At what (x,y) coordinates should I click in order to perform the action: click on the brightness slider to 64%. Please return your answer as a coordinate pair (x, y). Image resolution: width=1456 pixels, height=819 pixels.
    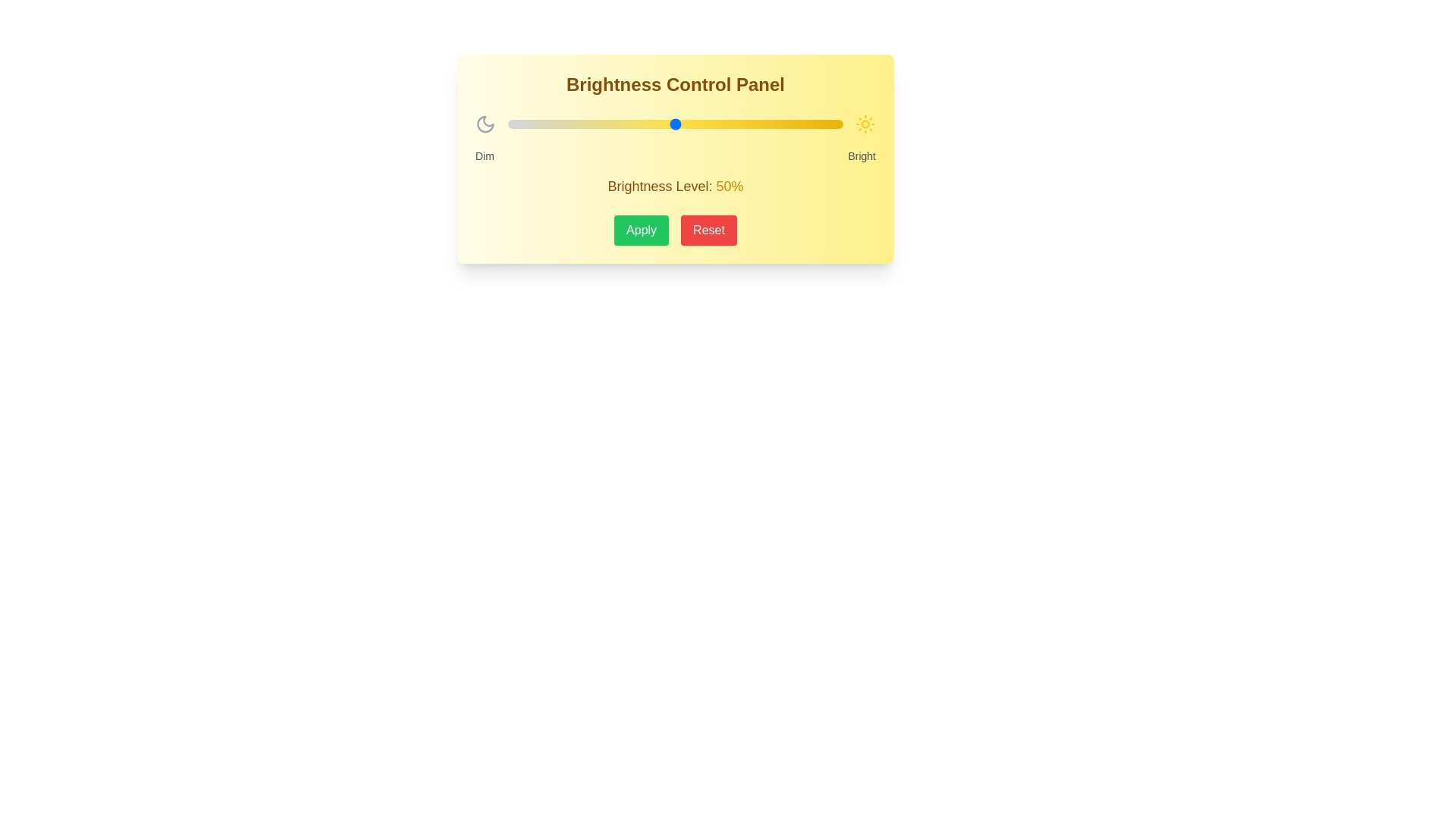
    Looking at the image, I should click on (721, 124).